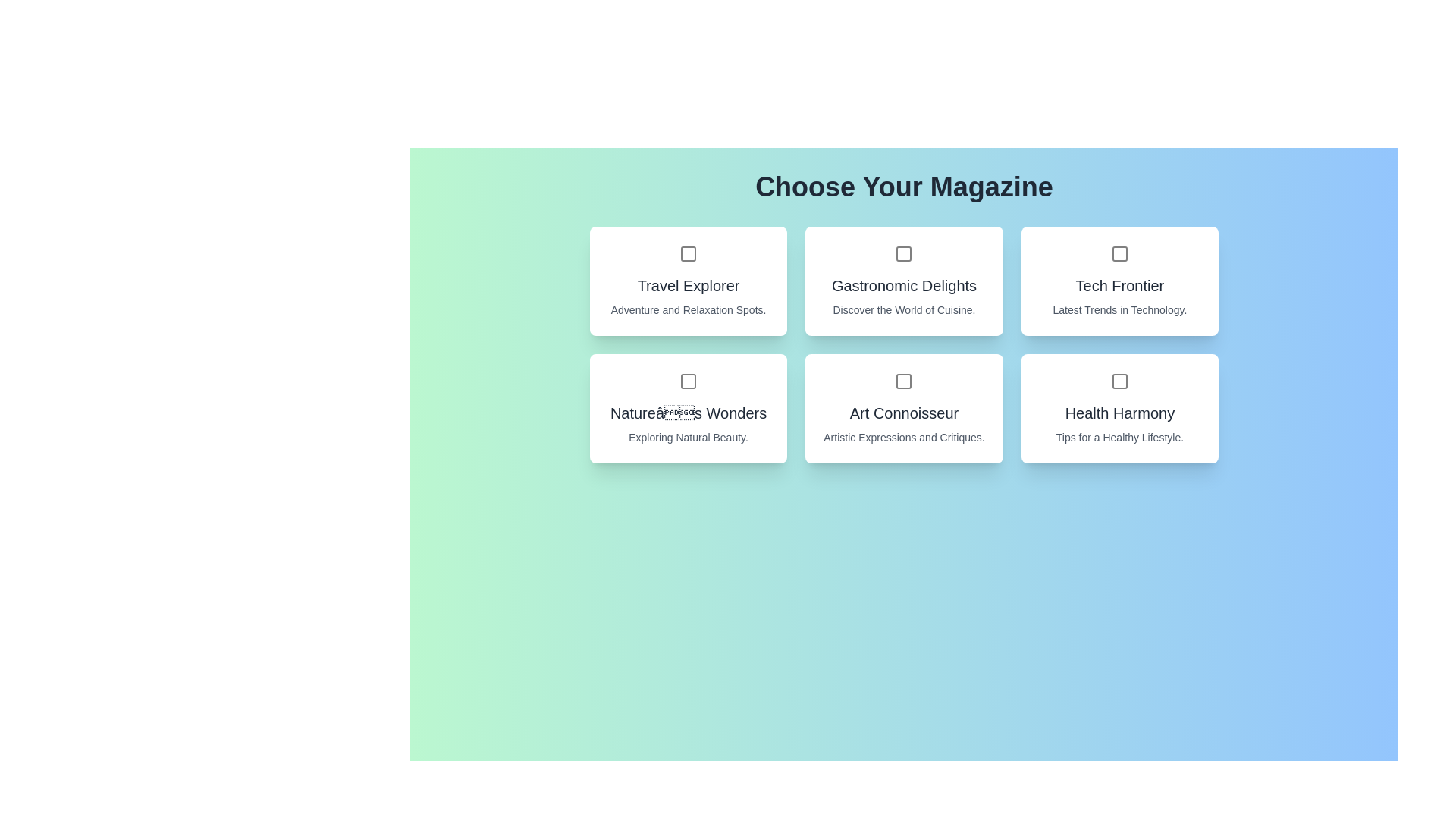 This screenshot has height=819, width=1456. What do you see at coordinates (1119, 281) in the screenshot?
I see `the magazine card titled 'Tech Frontier' to observe its hover effect` at bounding box center [1119, 281].